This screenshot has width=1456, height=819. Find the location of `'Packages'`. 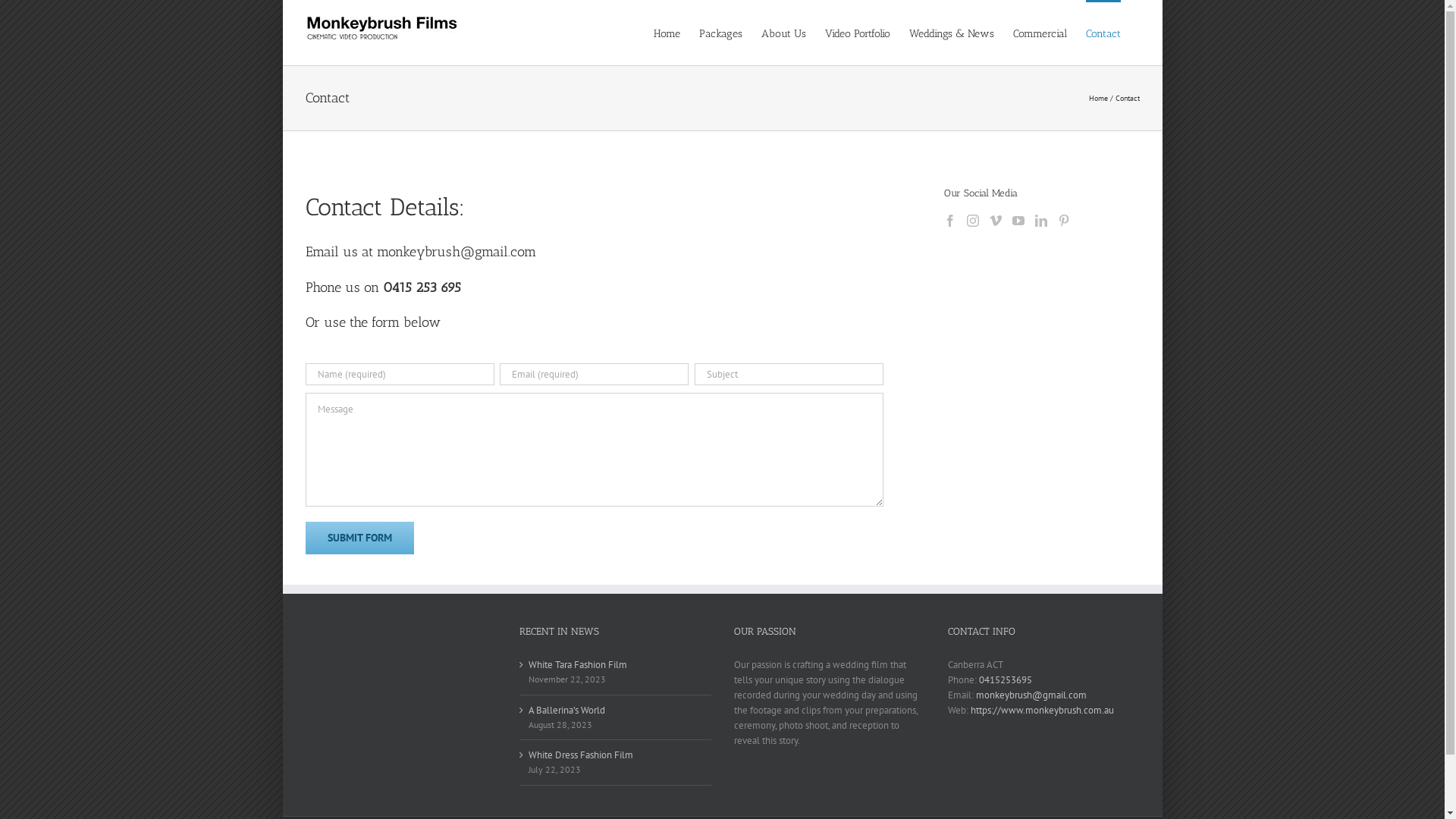

'Packages' is located at coordinates (720, 32).